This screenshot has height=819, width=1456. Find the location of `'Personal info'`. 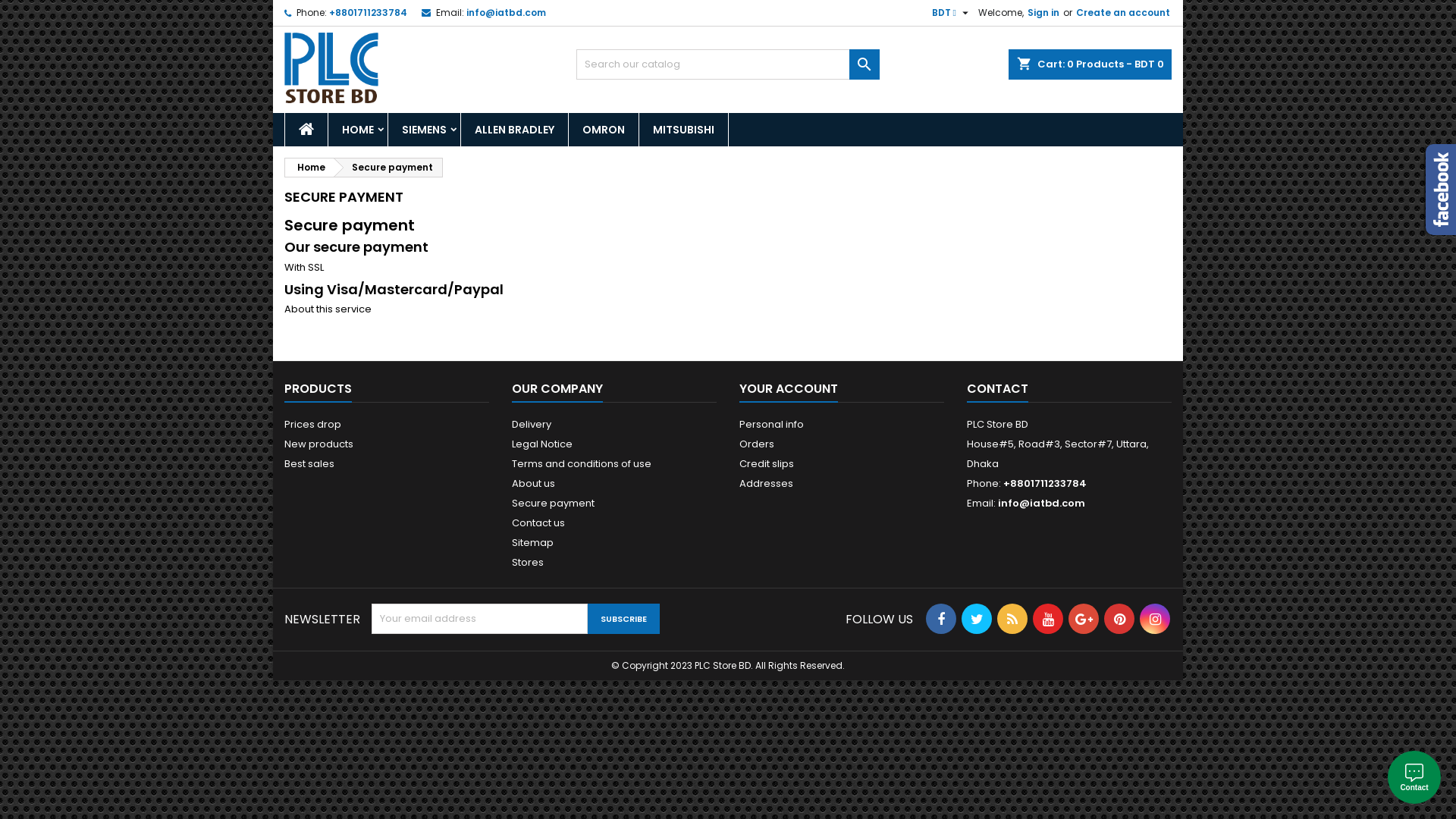

'Personal info' is located at coordinates (771, 424).